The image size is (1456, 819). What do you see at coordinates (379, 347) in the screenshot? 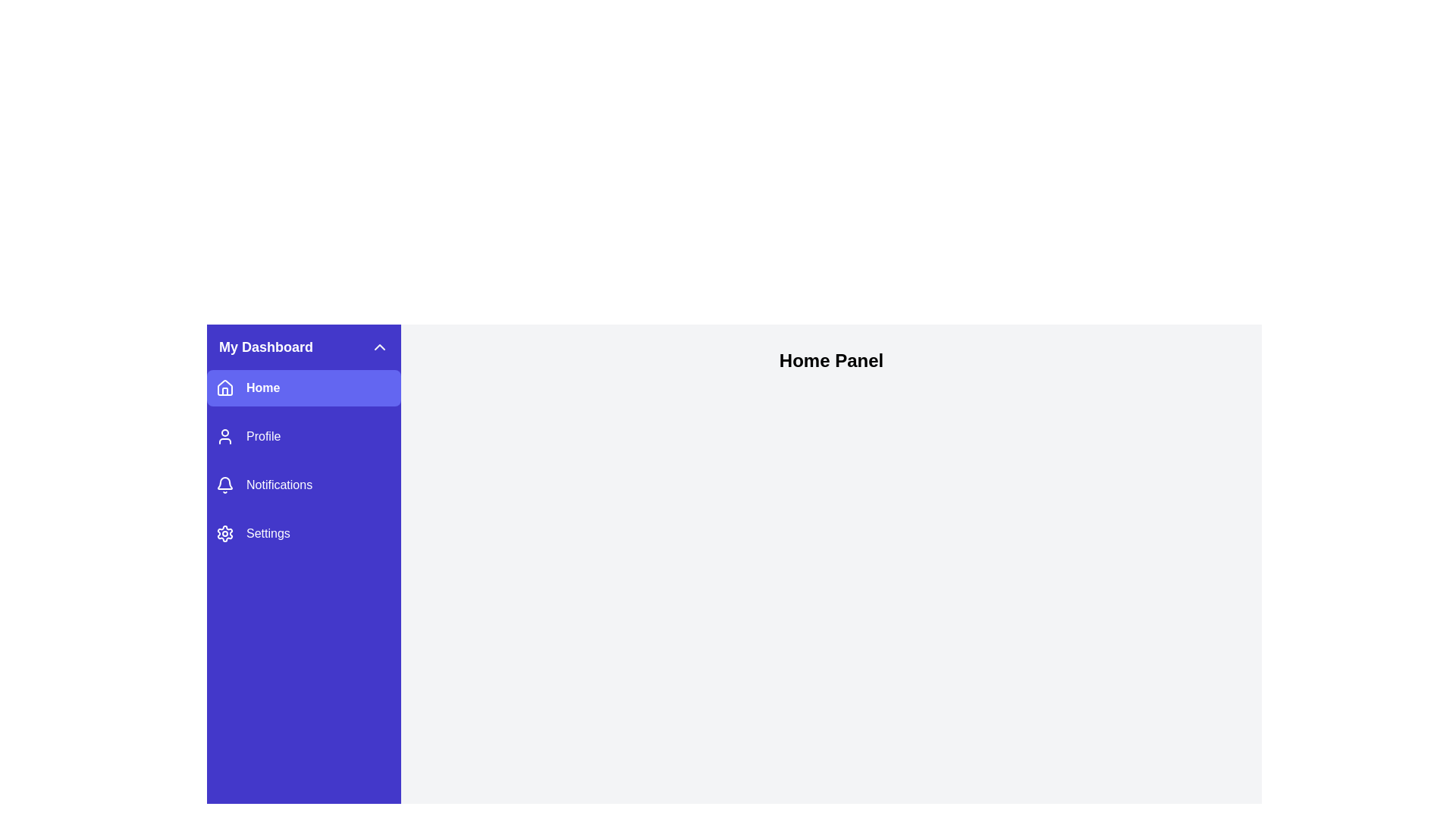
I see `the Dropdown toggle icon located at the right of the 'My Dashboard' text in the sidebar menu` at bounding box center [379, 347].